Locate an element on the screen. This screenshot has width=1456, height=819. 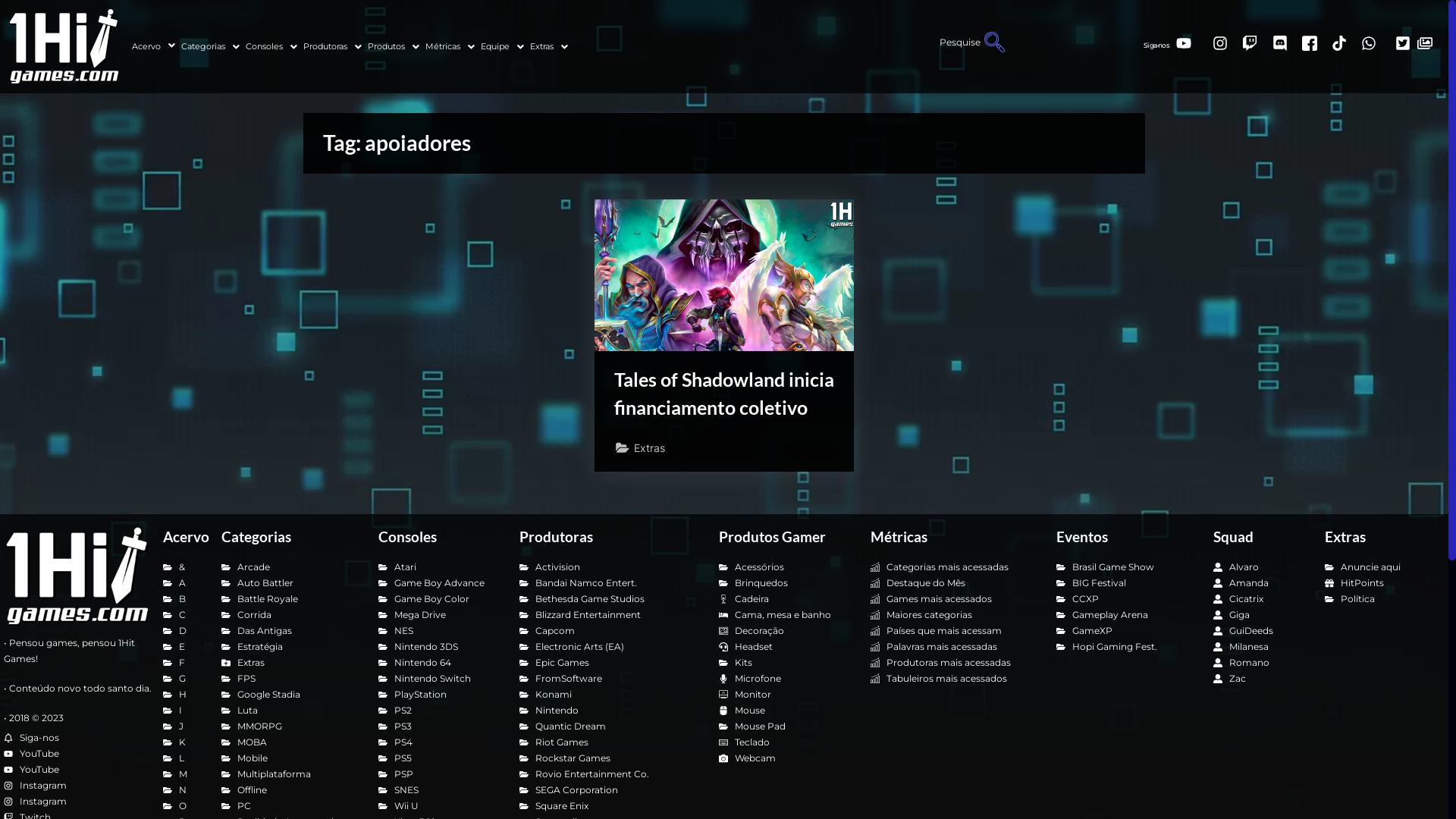
'Maiores categorias' is located at coordinates (954, 614).